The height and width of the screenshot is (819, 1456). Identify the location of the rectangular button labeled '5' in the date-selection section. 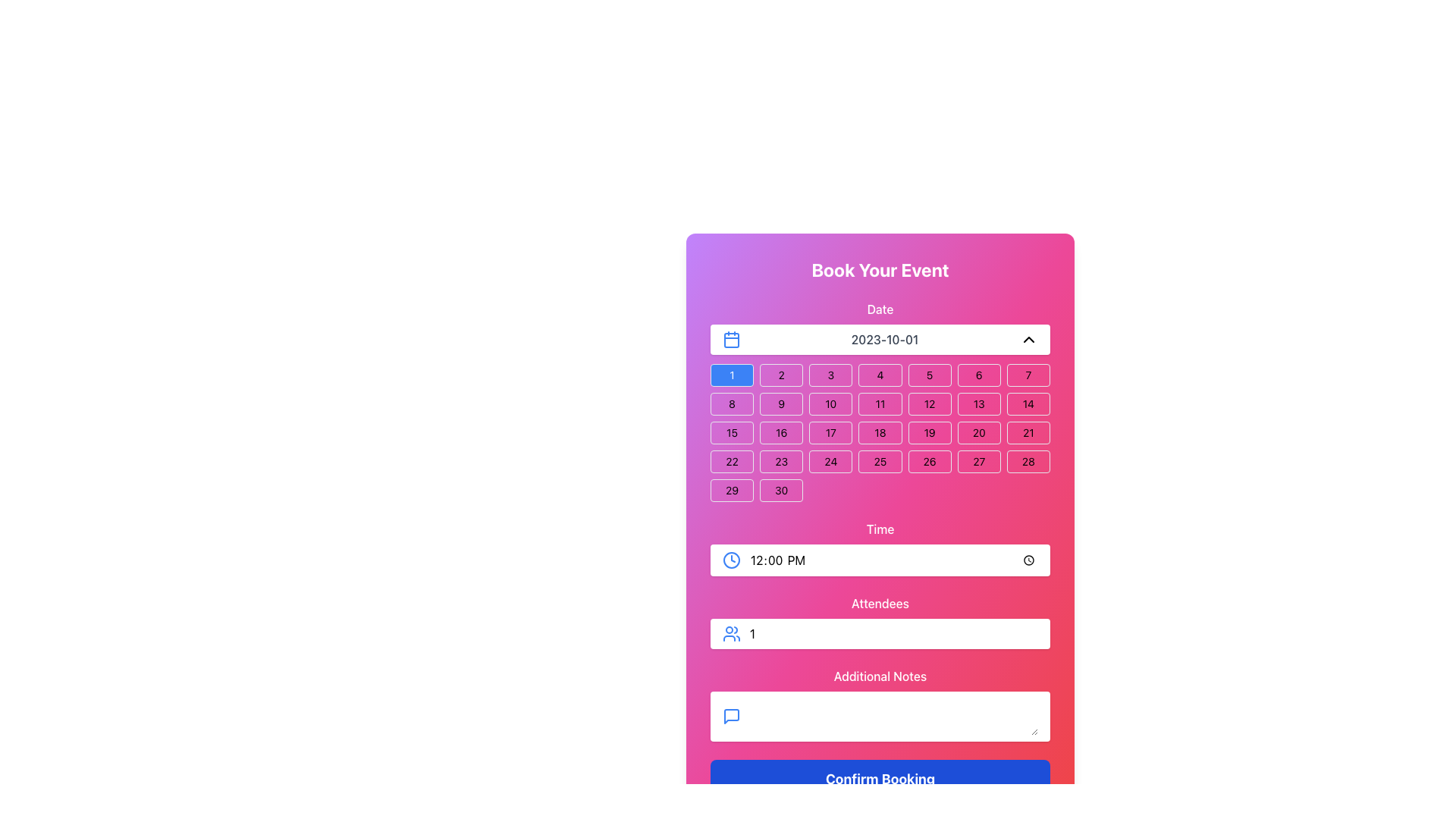
(928, 375).